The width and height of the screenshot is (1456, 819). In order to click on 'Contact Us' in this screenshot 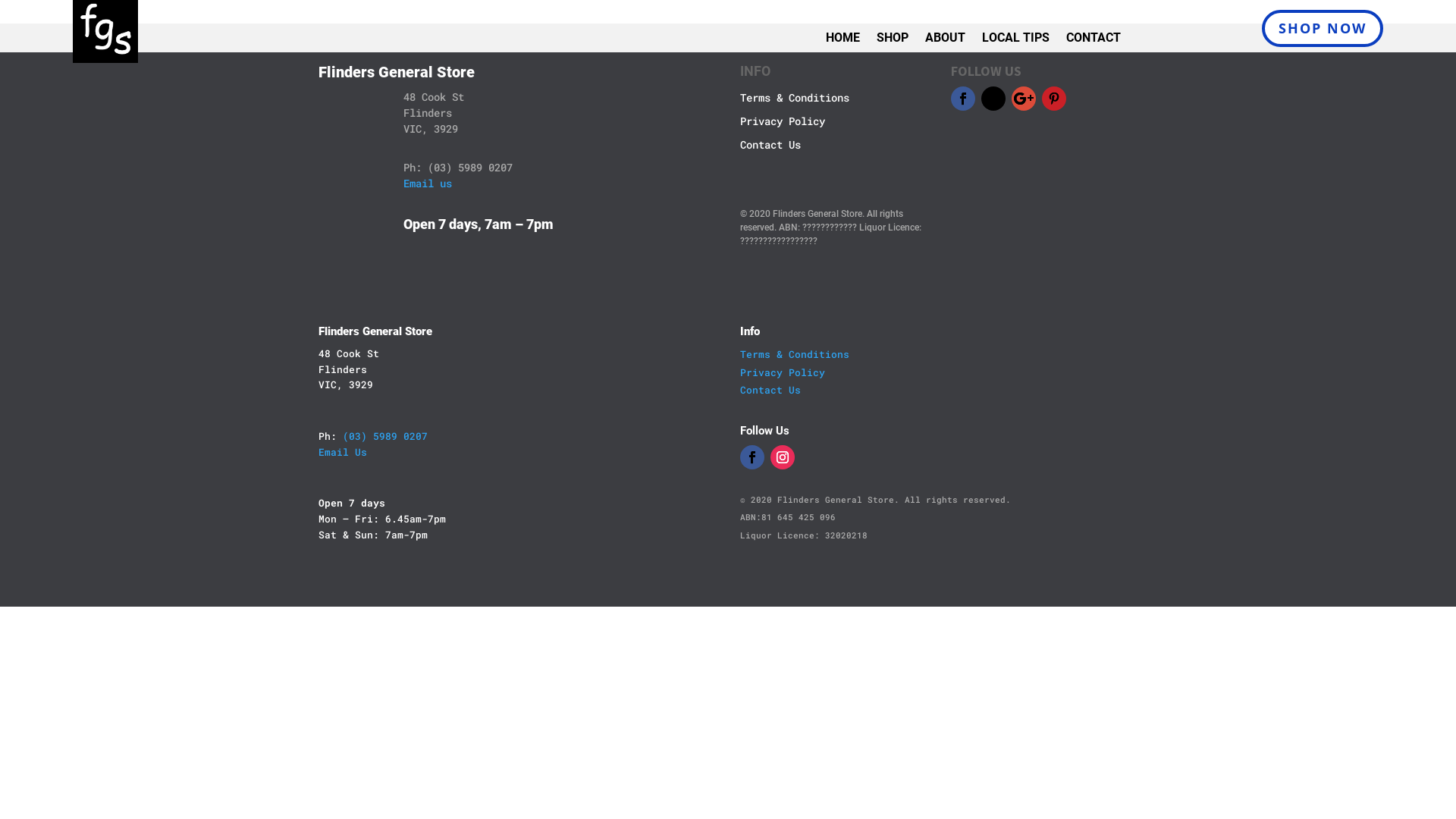, I will do `click(770, 388)`.